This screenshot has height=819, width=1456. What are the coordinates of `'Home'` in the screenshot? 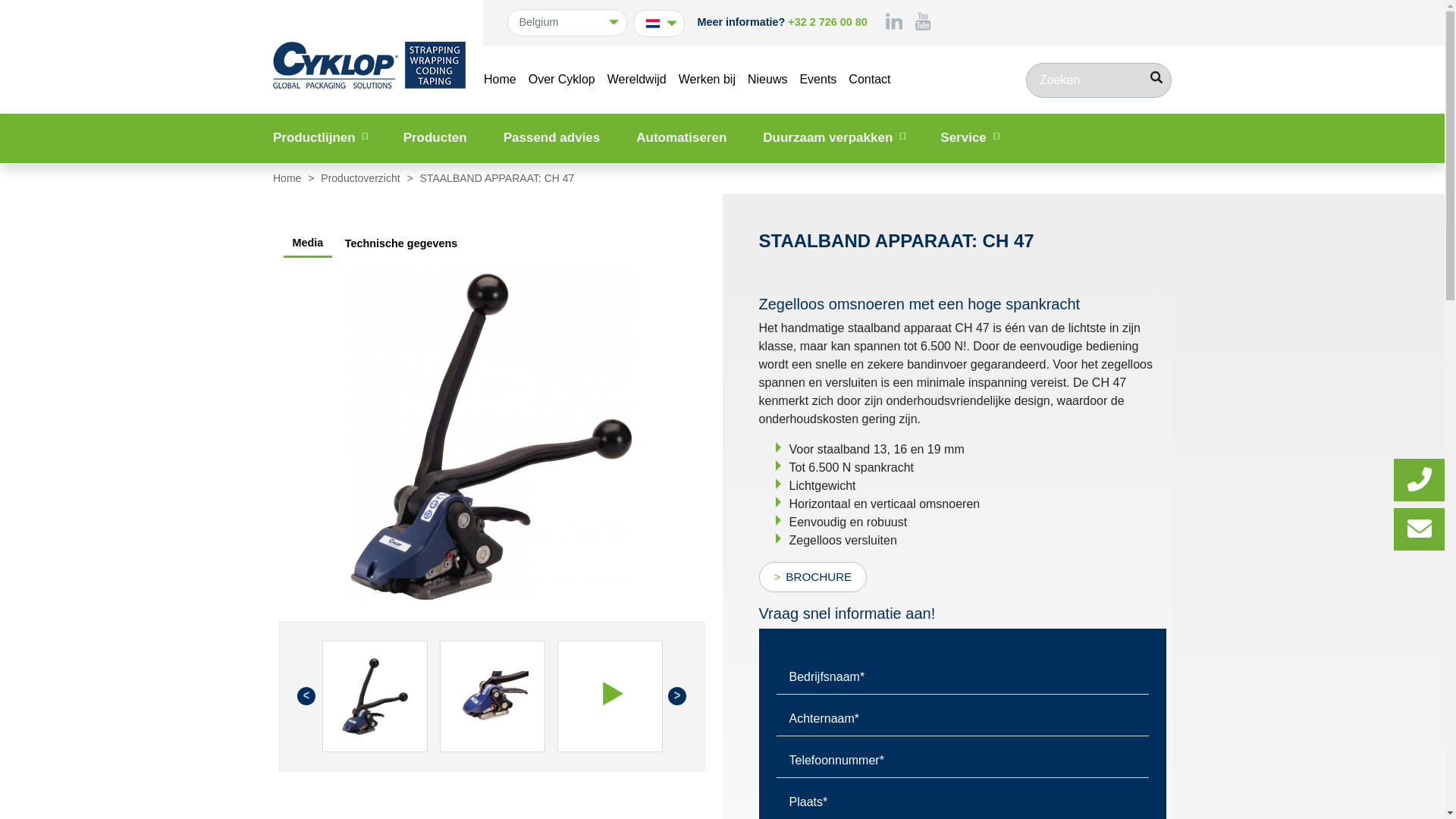 It's located at (500, 79).